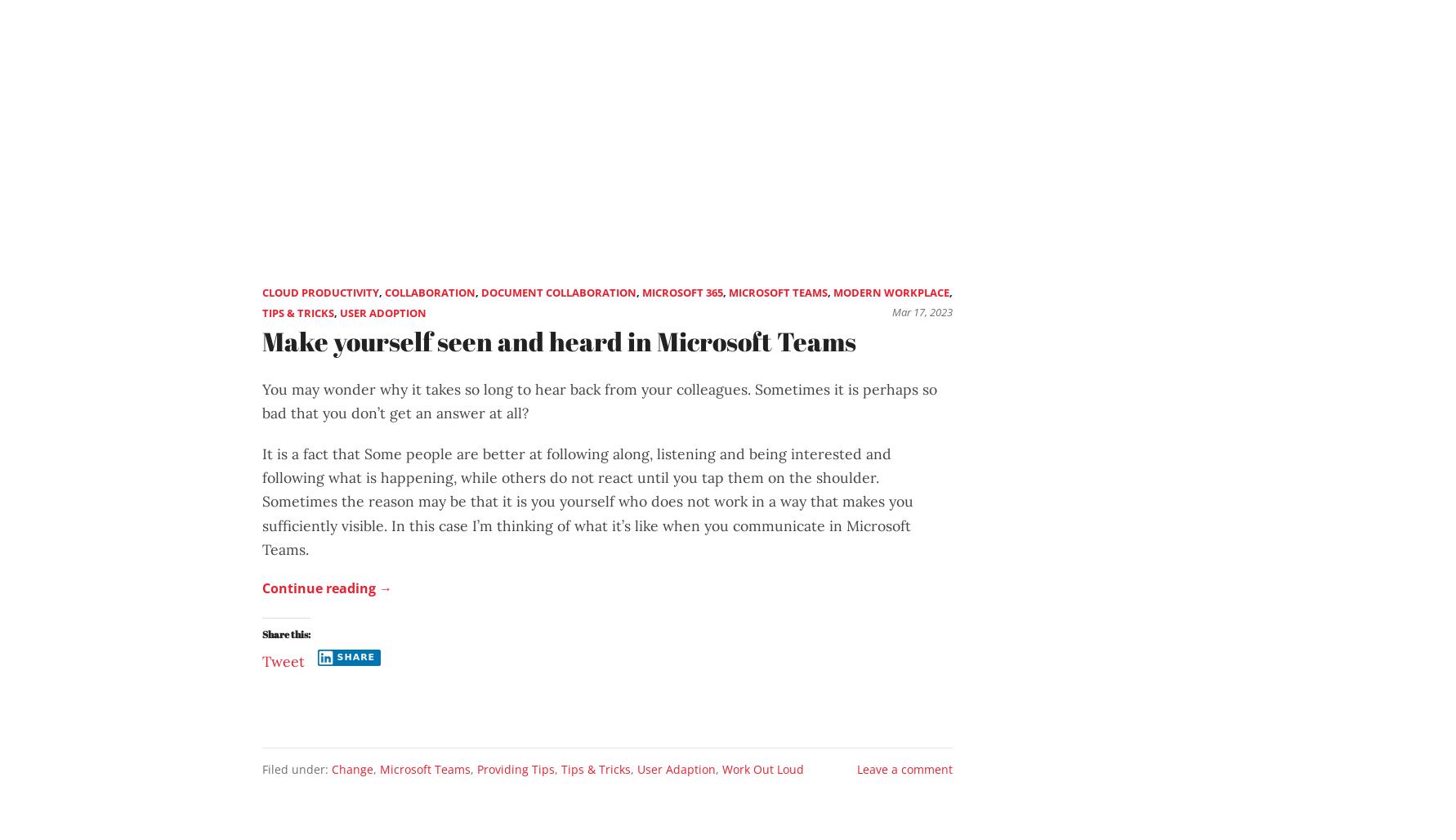 This screenshot has width=1456, height=840. What do you see at coordinates (922, 311) in the screenshot?
I see `'Mar 17, 2023'` at bounding box center [922, 311].